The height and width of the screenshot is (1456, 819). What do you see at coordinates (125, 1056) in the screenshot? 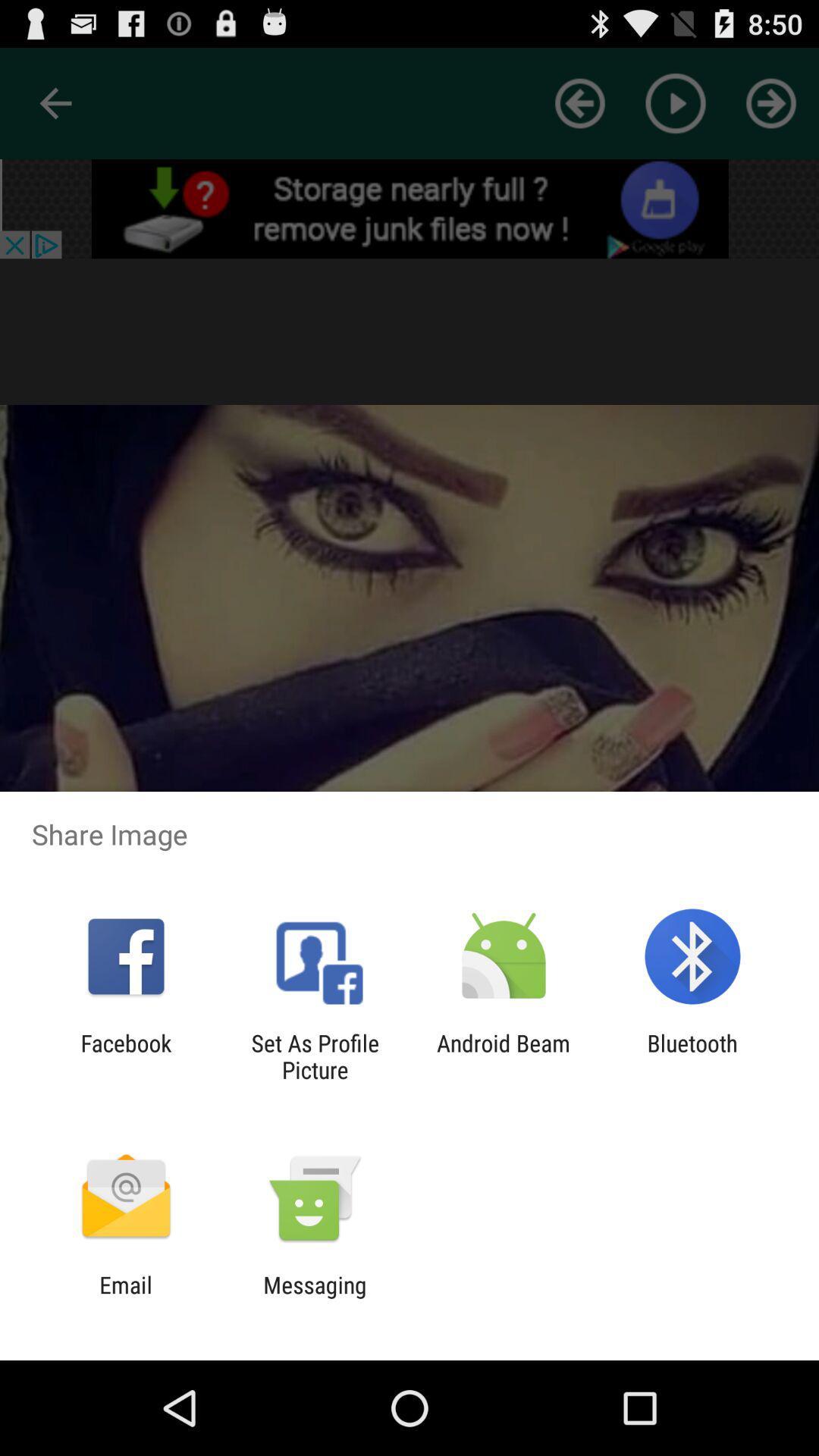
I see `the app next to the set as profile` at bounding box center [125, 1056].